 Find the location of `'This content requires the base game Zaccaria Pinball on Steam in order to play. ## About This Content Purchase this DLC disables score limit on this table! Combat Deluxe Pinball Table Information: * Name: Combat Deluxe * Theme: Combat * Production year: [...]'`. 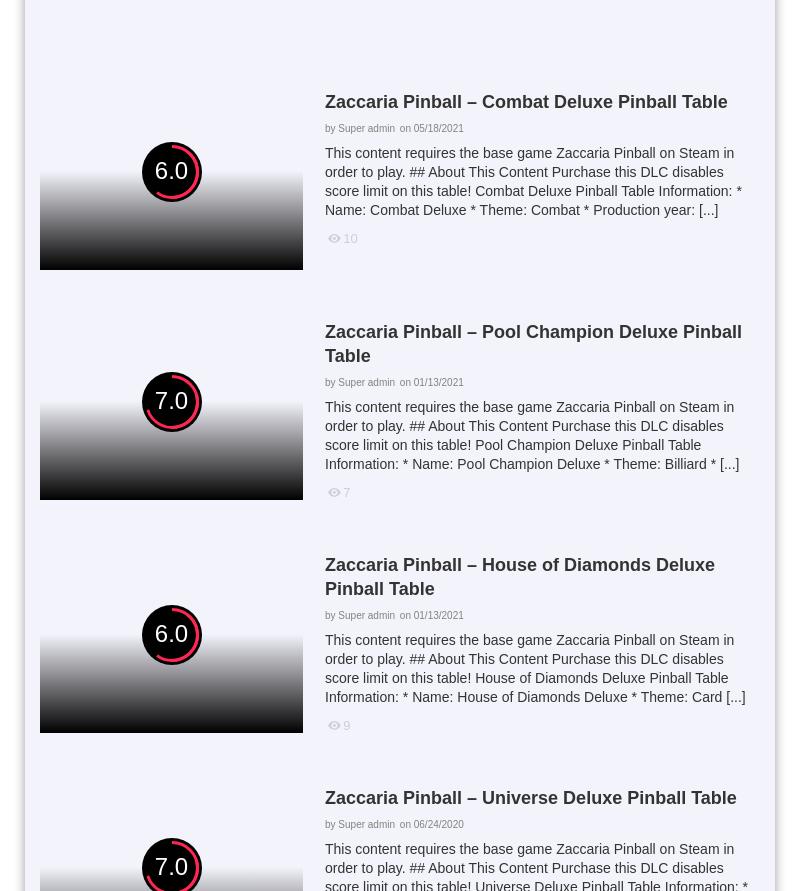

'This content requires the base game Zaccaria Pinball on Steam in order to play. ## About This Content Purchase this DLC disables score limit on this table! Combat Deluxe Pinball Table Information: * Name: Combat Deluxe * Theme: Combat * Production year: [...]' is located at coordinates (323, 181).